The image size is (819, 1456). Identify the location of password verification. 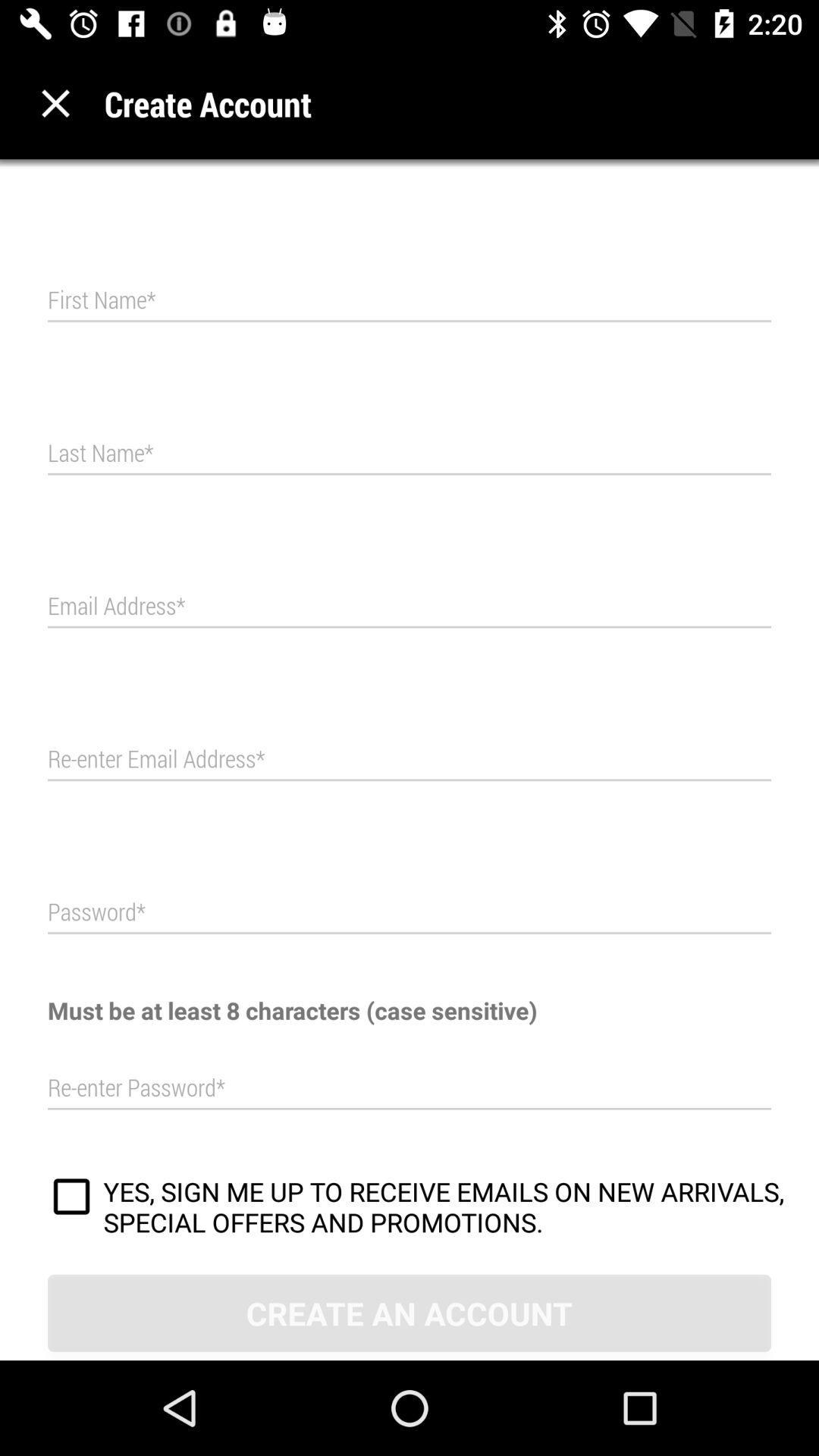
(409, 1087).